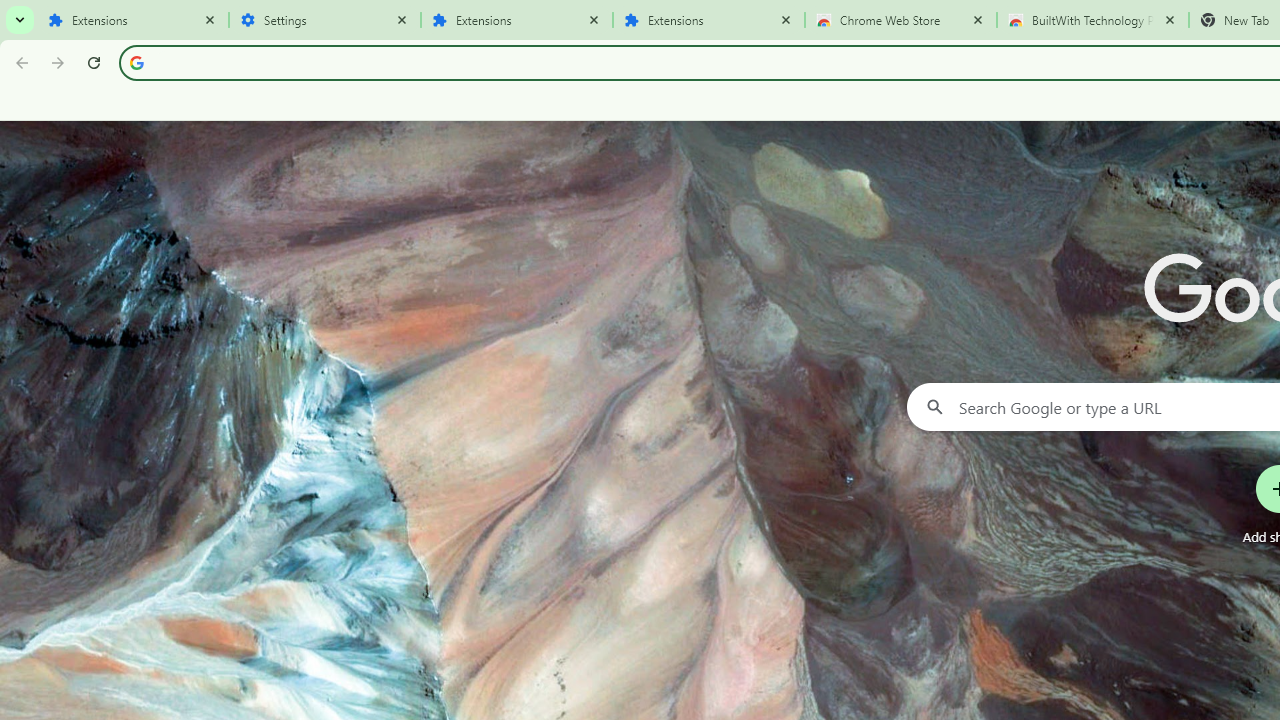 The width and height of the screenshot is (1280, 720). What do you see at coordinates (900, 20) in the screenshot?
I see `'Chrome Web Store'` at bounding box center [900, 20].